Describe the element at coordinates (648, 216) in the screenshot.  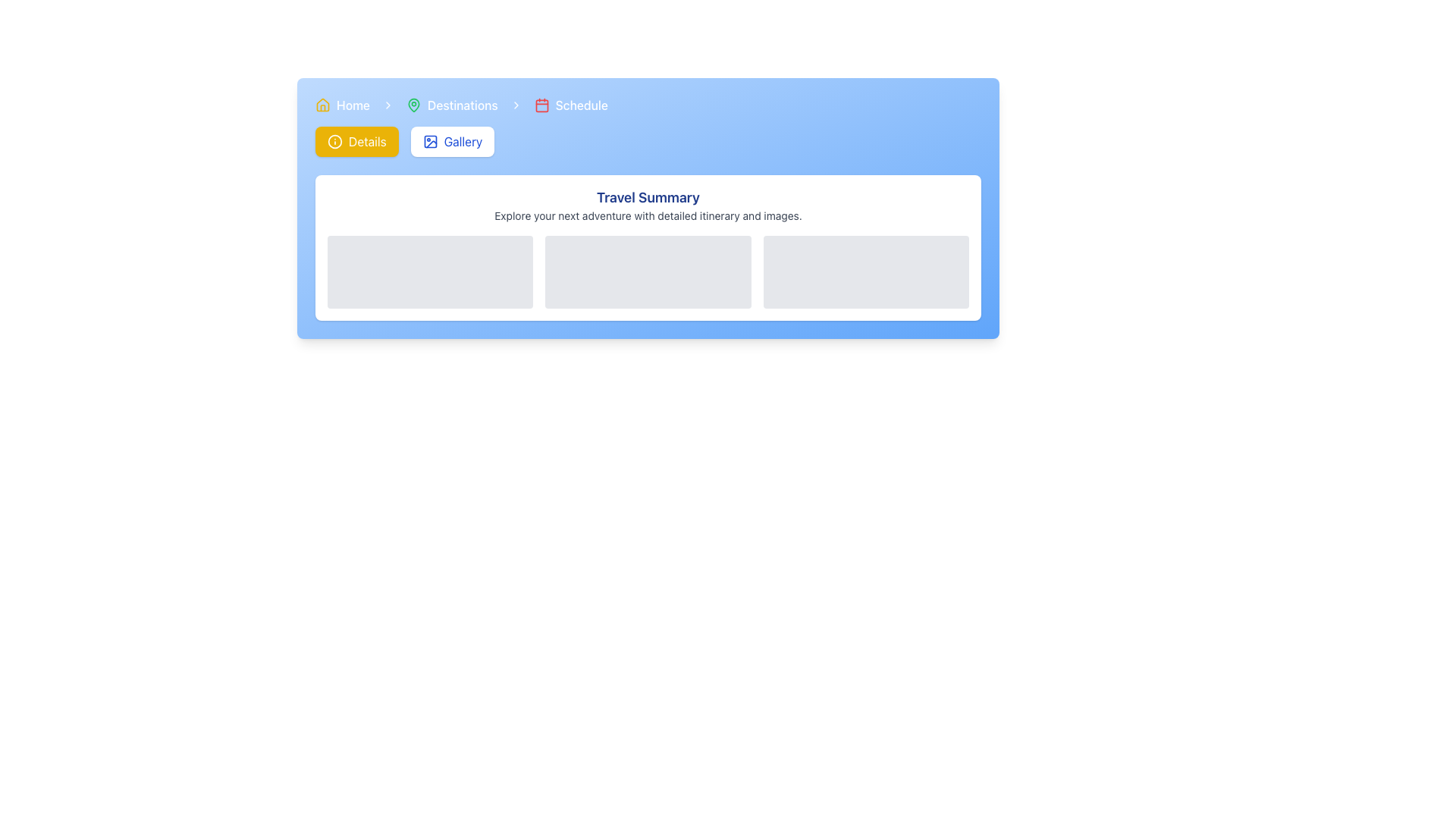
I see `the Text Label displaying 'Explore your next adventure with detailed itinerary and images.' located beneath the heading 'Travel Summary'` at that location.